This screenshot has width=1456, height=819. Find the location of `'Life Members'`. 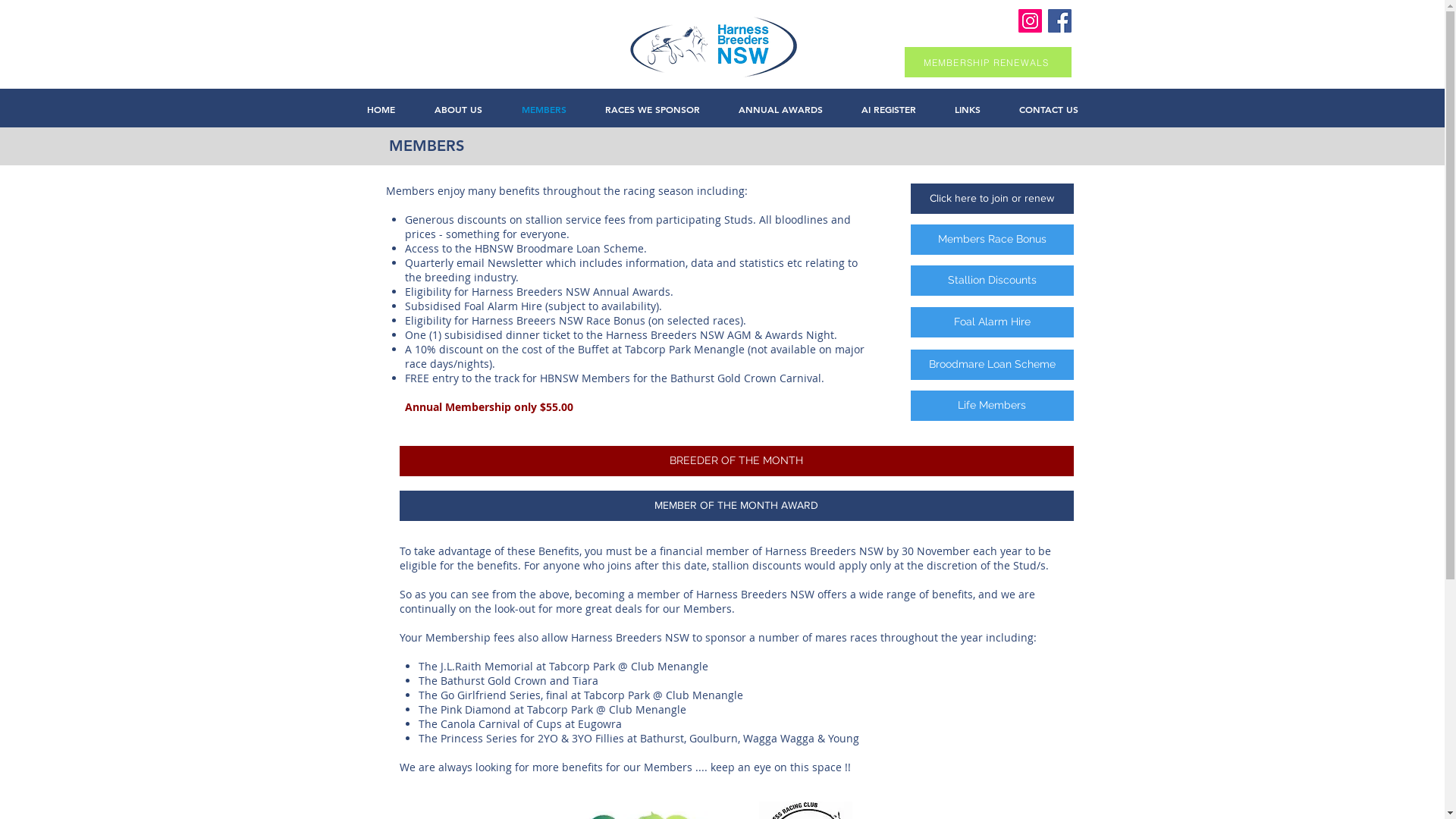

'Life Members' is located at coordinates (991, 405).